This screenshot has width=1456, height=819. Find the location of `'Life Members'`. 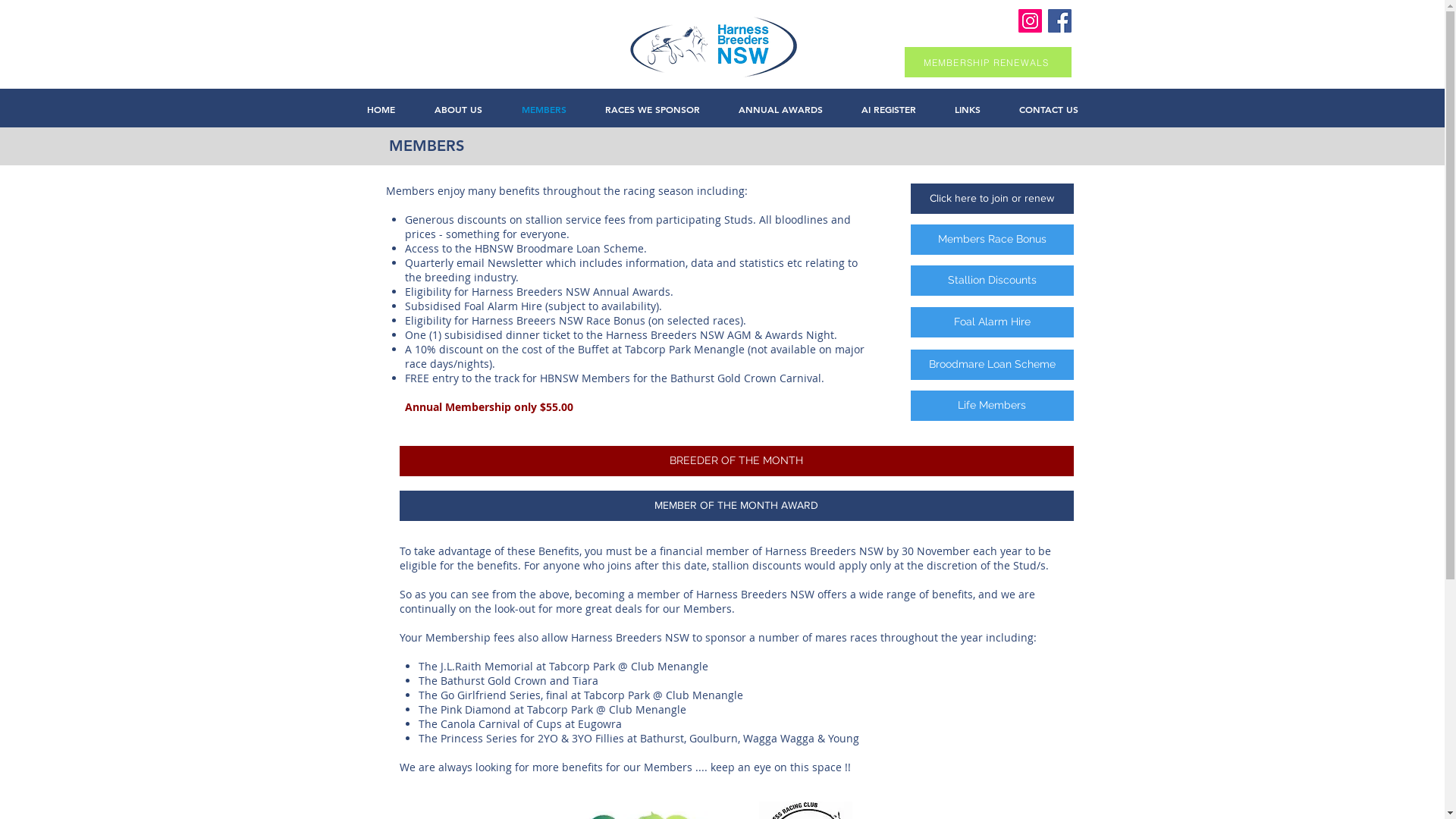

'Life Members' is located at coordinates (991, 405).